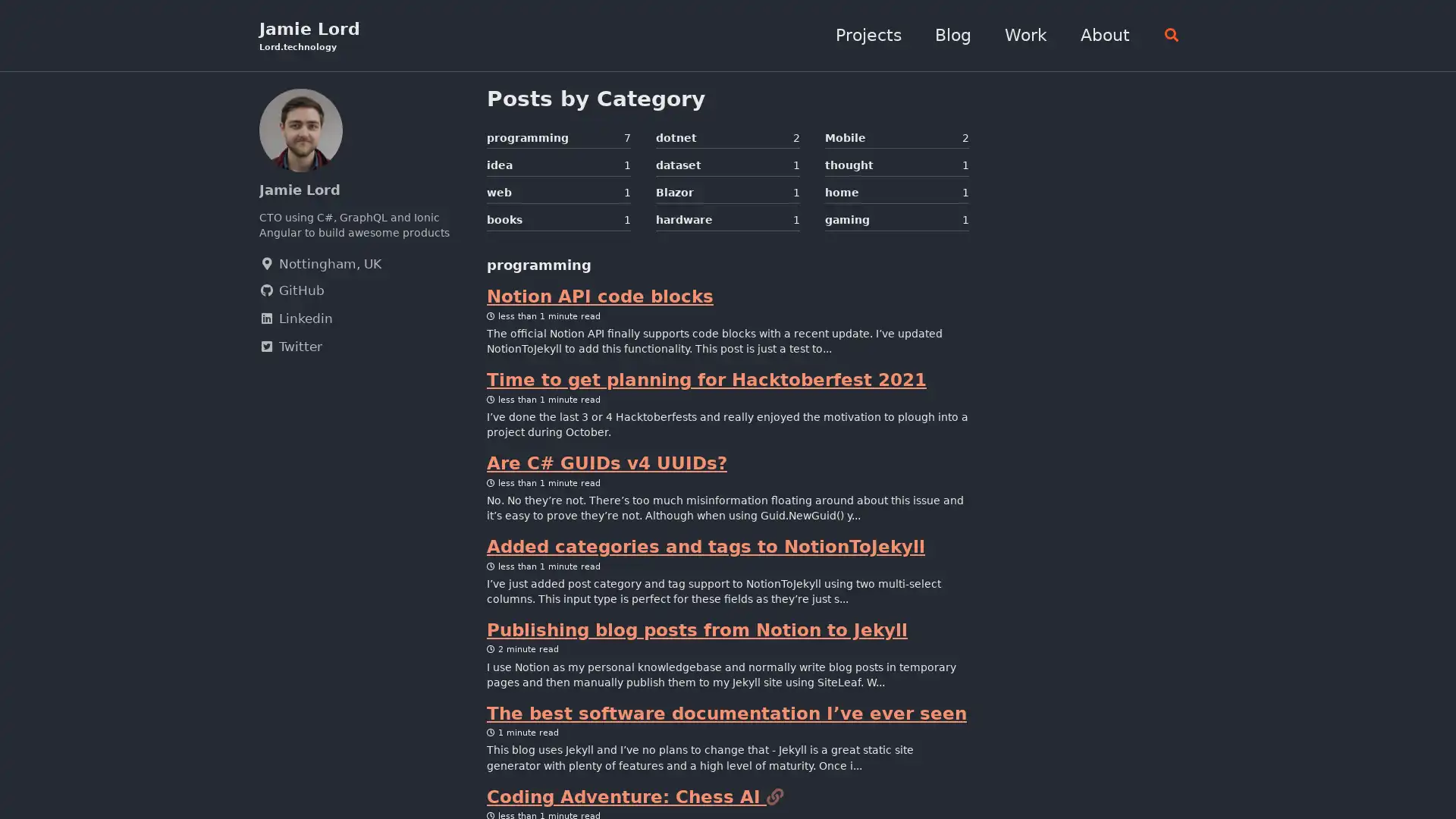 The height and width of the screenshot is (819, 1456). What do you see at coordinates (1166, 35) in the screenshot?
I see `Toggle search` at bounding box center [1166, 35].